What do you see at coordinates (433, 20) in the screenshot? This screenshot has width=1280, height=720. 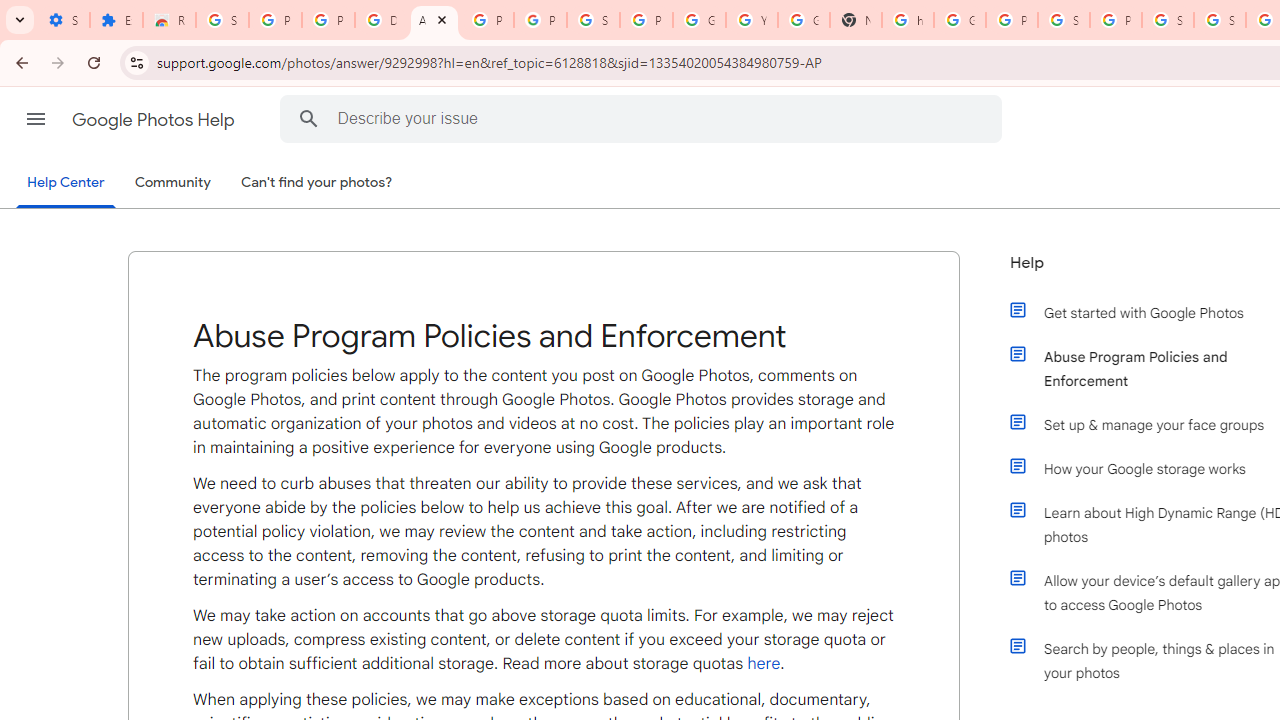 I see `'Abuse Program Policies and Enforcement - Google Photos Help'` at bounding box center [433, 20].